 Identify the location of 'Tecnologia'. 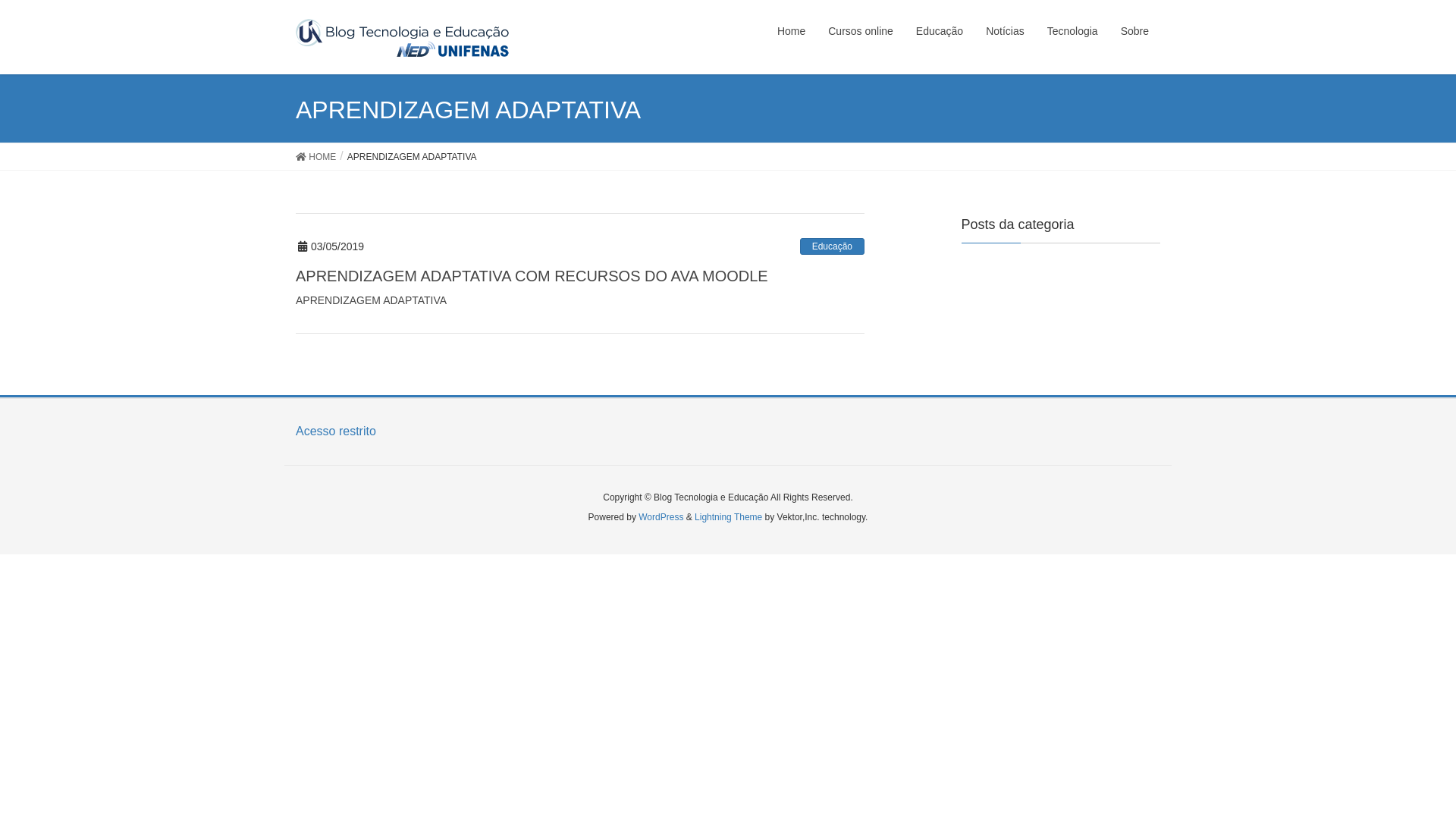
(1072, 31).